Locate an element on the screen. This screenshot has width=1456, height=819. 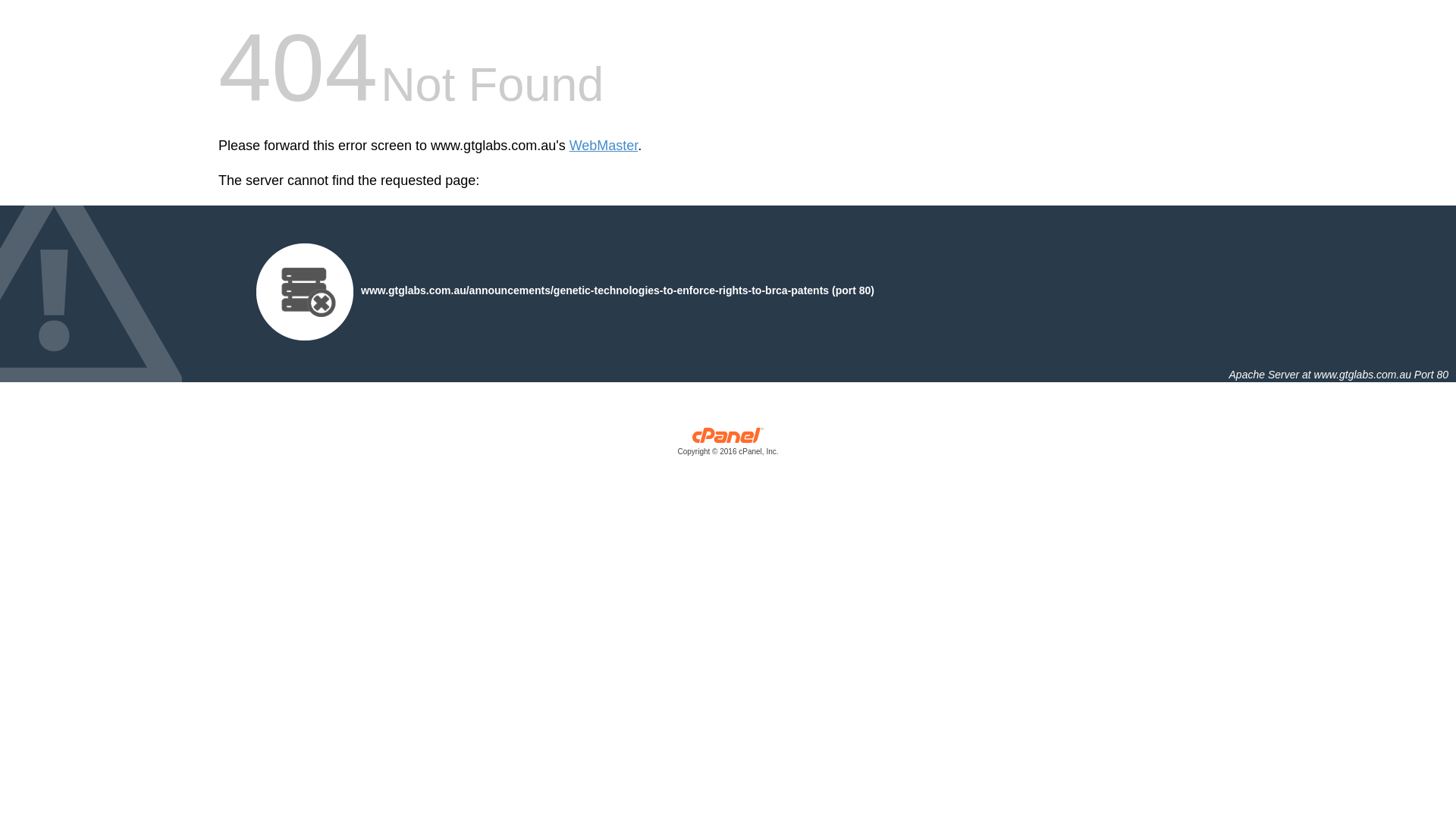
'WebMaster' is located at coordinates (603, 146).